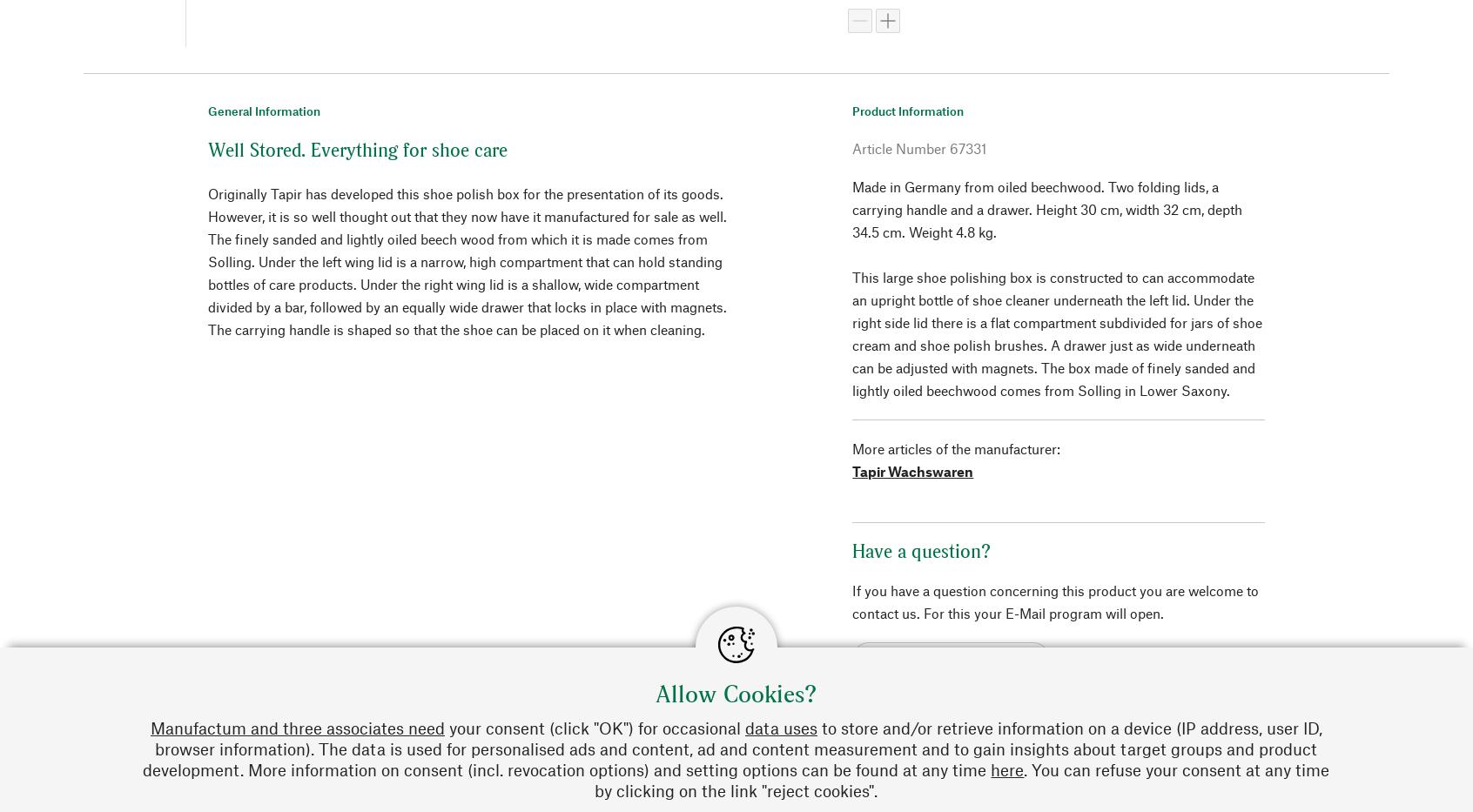 The height and width of the screenshot is (812, 1473). I want to click on 'Have a question?', so click(921, 549).